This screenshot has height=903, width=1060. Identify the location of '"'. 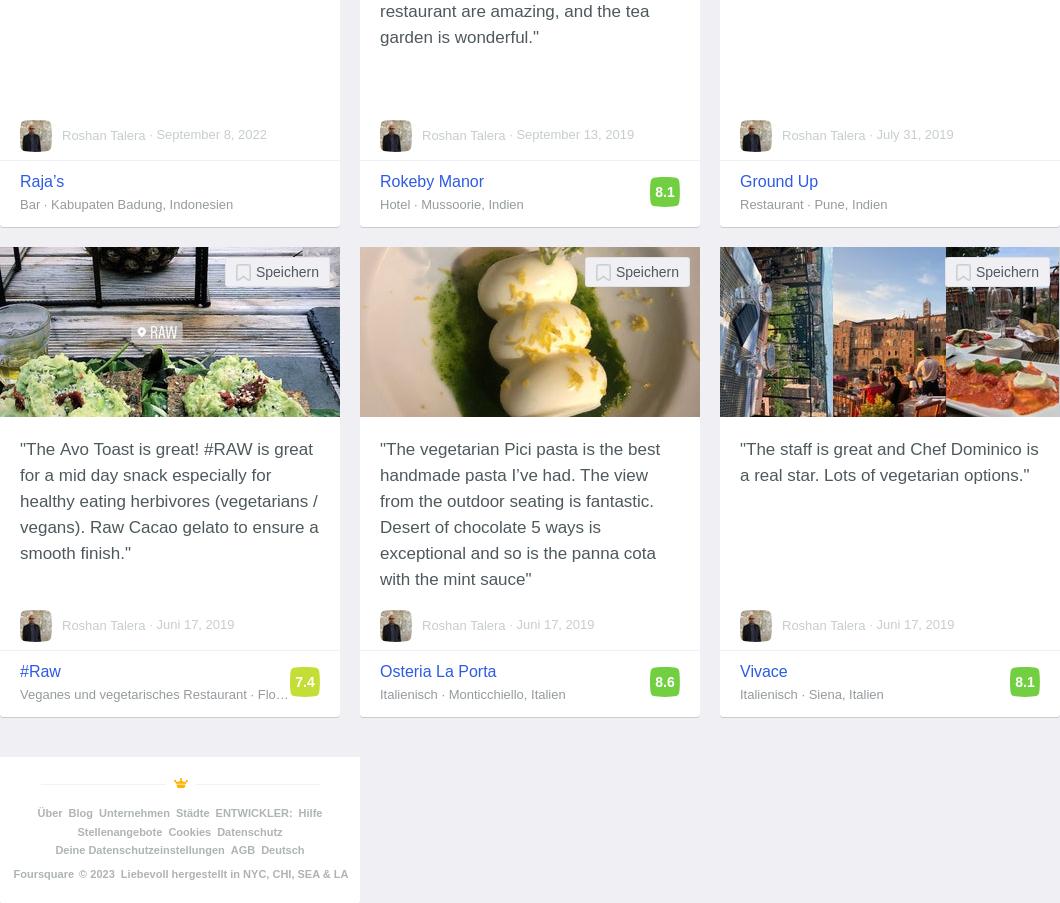
(524, 578).